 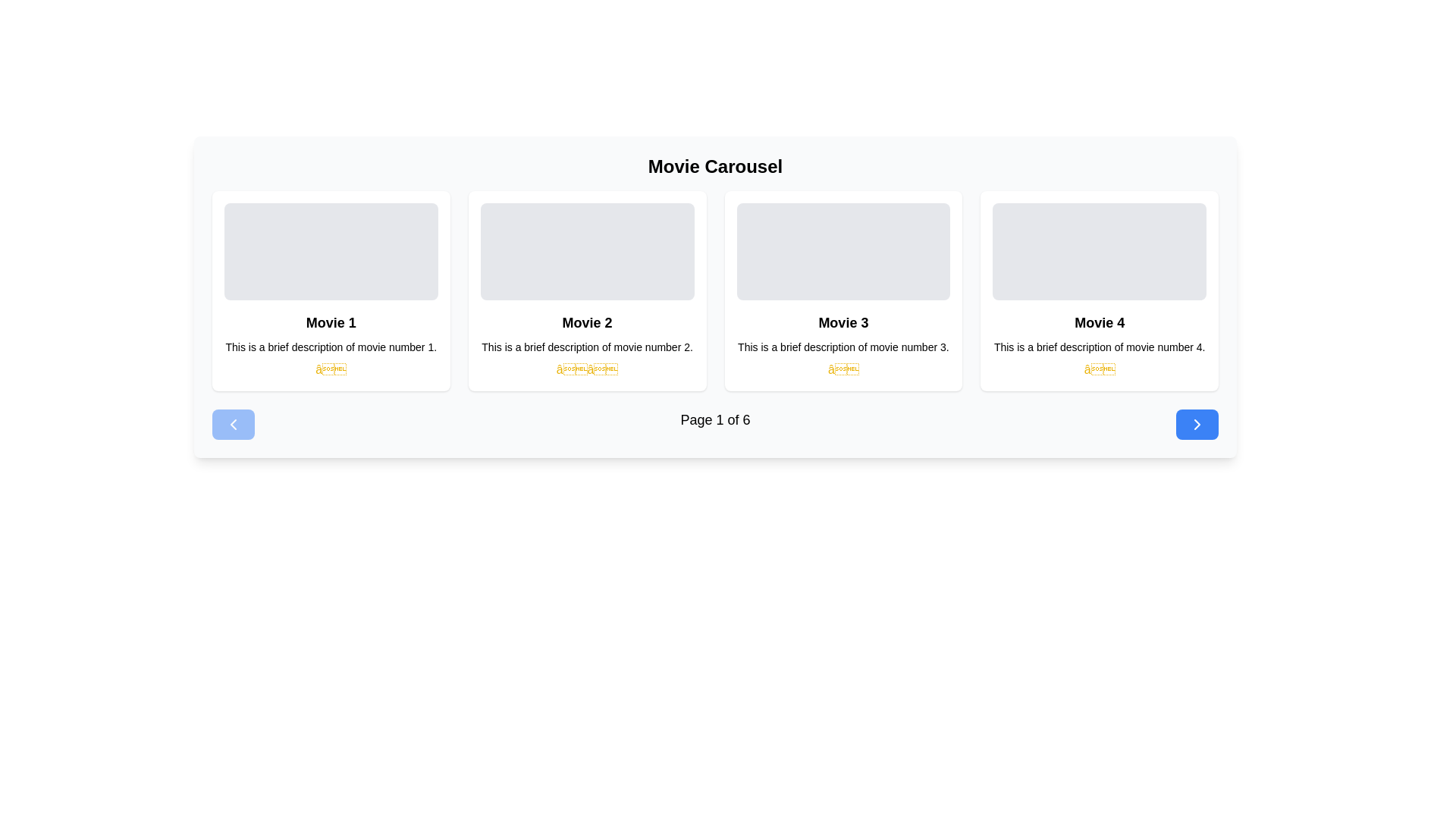 What do you see at coordinates (330, 347) in the screenshot?
I see `text content of the Text label that provides a brief description of the movie featured in the associated card, located beneath the title 'Movie 1' and above the star rating element` at bounding box center [330, 347].